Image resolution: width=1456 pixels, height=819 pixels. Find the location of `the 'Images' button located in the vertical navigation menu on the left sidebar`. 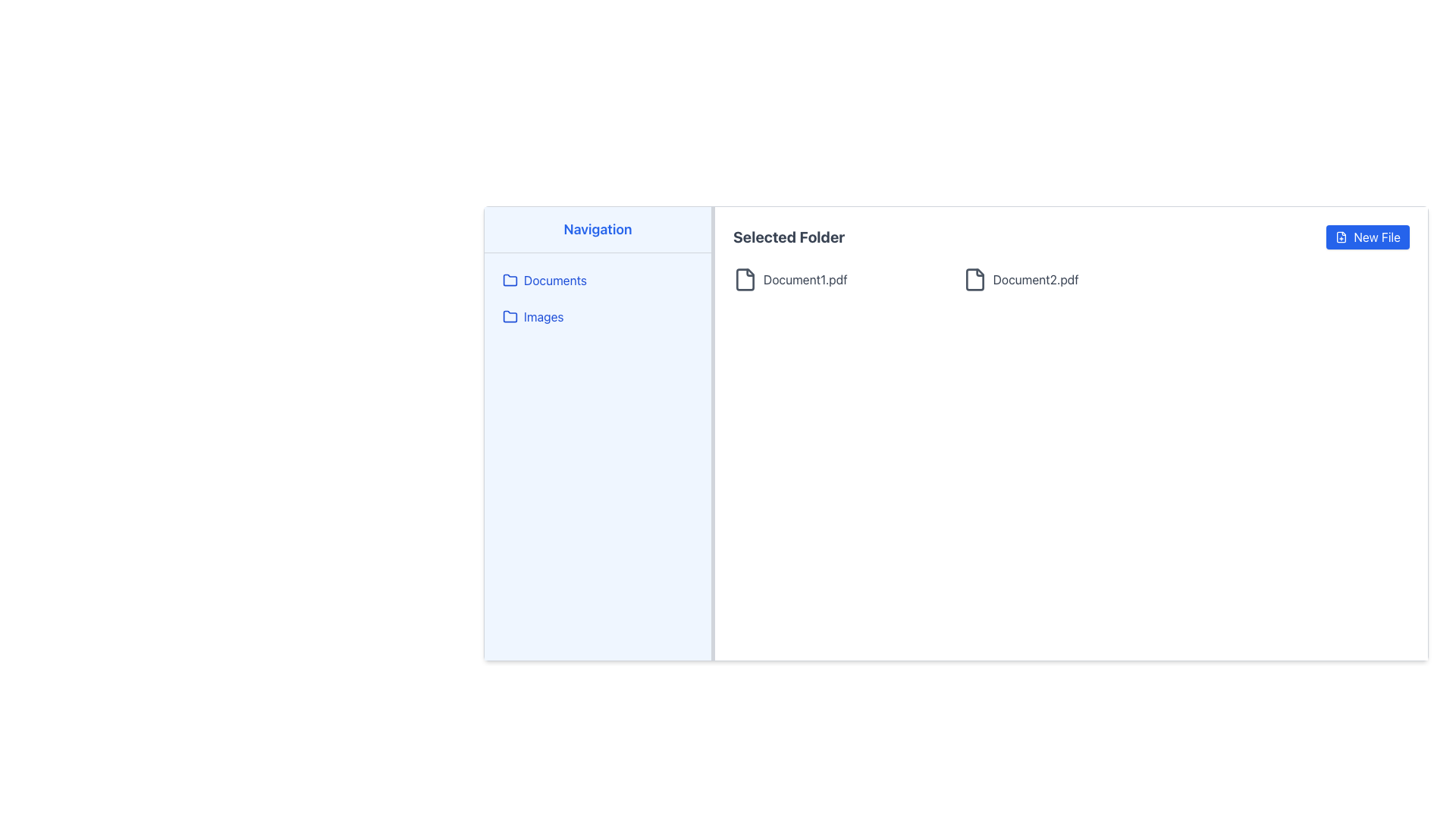

the 'Images' button located in the vertical navigation menu on the left sidebar is located at coordinates (597, 315).